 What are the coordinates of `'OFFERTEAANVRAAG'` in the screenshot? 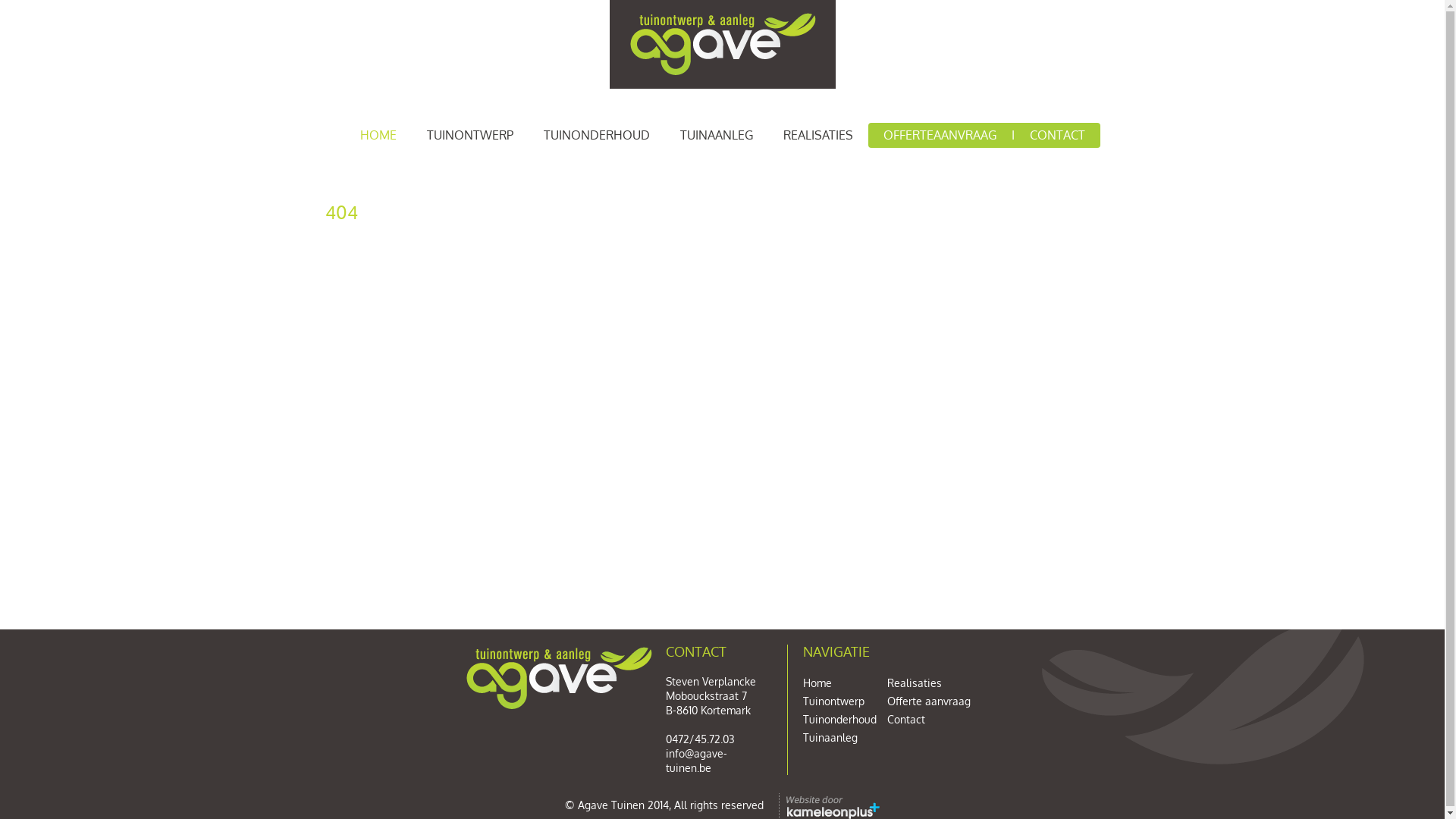 It's located at (938, 134).